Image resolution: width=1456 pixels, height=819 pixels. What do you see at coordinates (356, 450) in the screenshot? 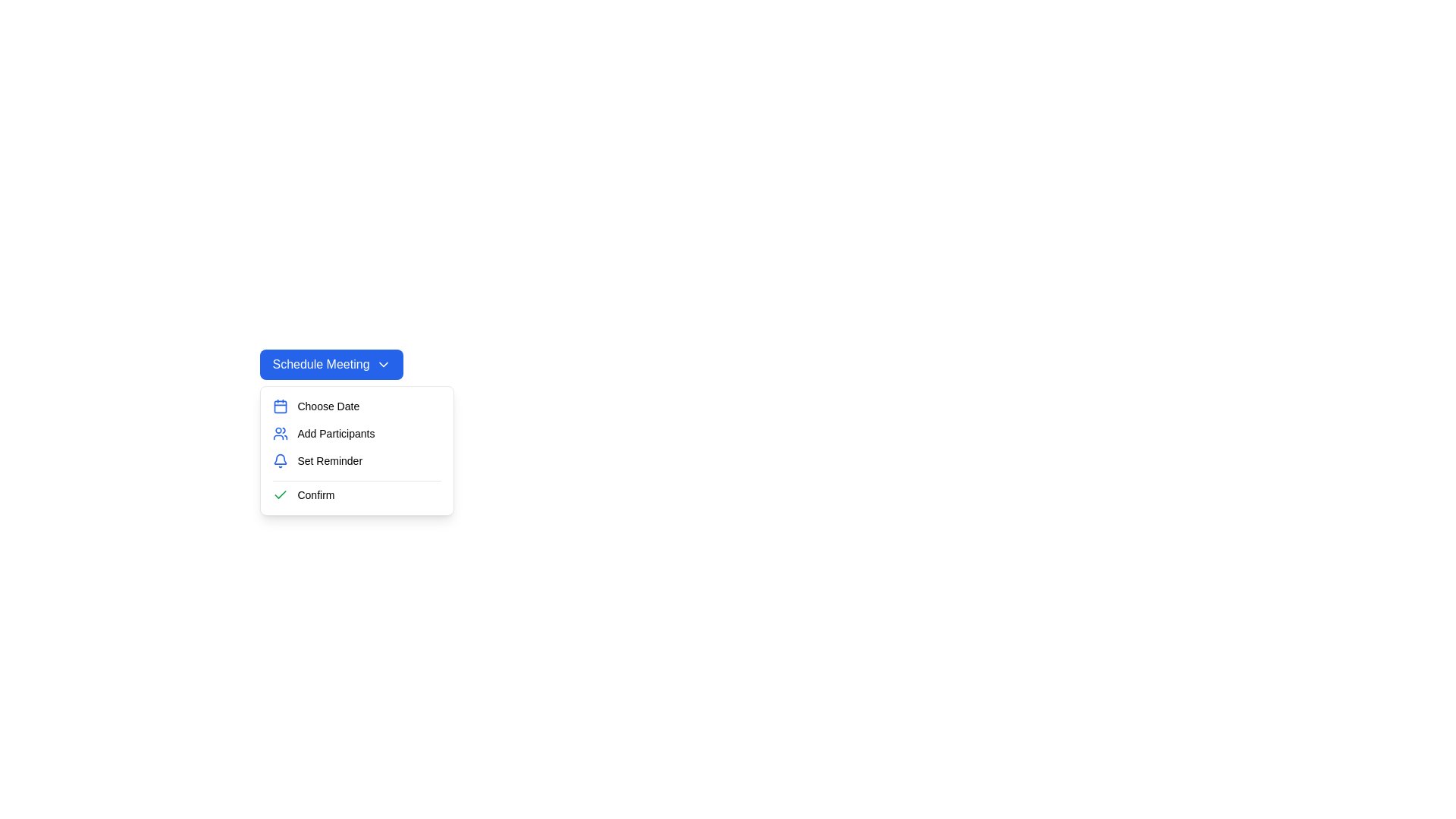
I see `the highlighted list item with the bell icon and the text 'Set Reminder'` at bounding box center [356, 450].